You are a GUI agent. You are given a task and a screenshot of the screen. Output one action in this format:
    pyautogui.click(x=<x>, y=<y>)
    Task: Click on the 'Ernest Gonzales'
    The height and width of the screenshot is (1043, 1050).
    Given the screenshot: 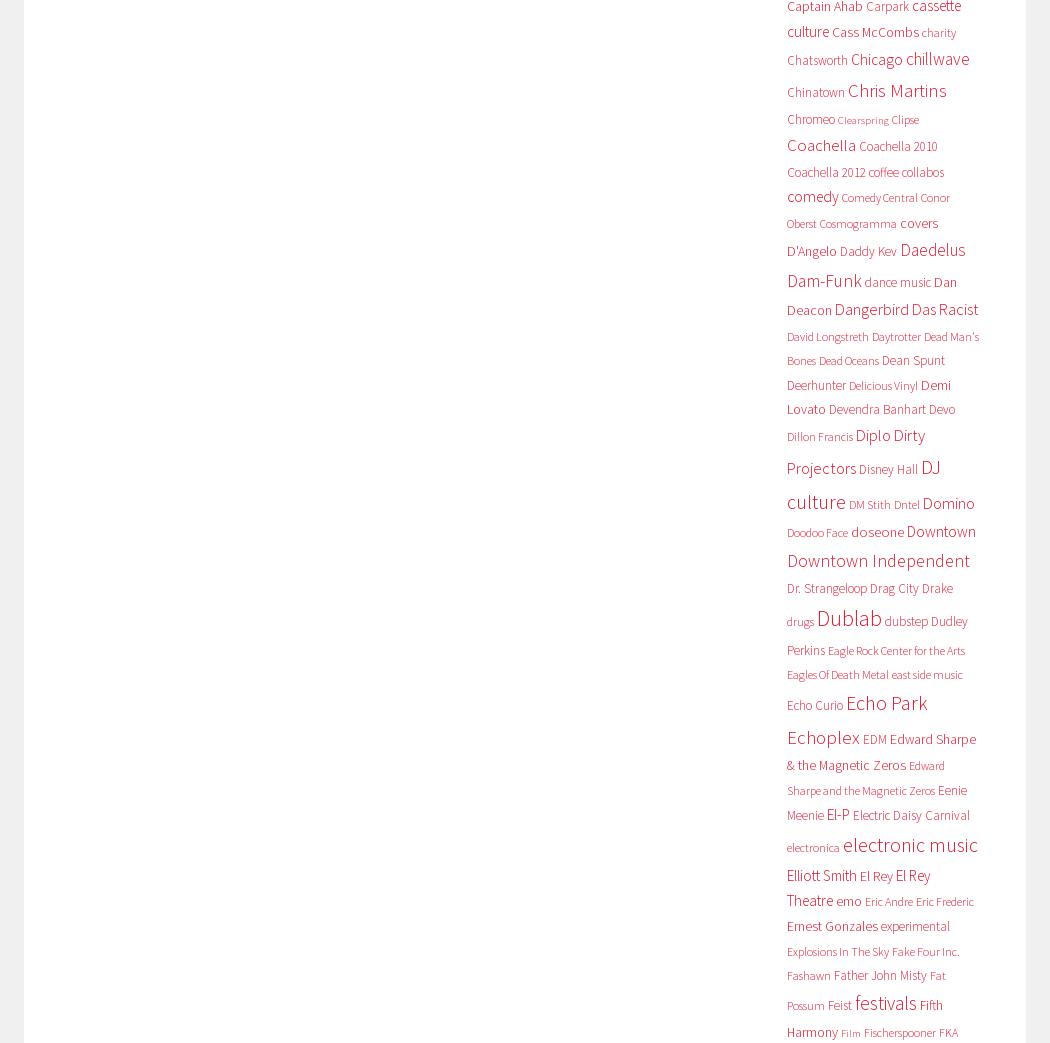 What is the action you would take?
    pyautogui.click(x=831, y=924)
    